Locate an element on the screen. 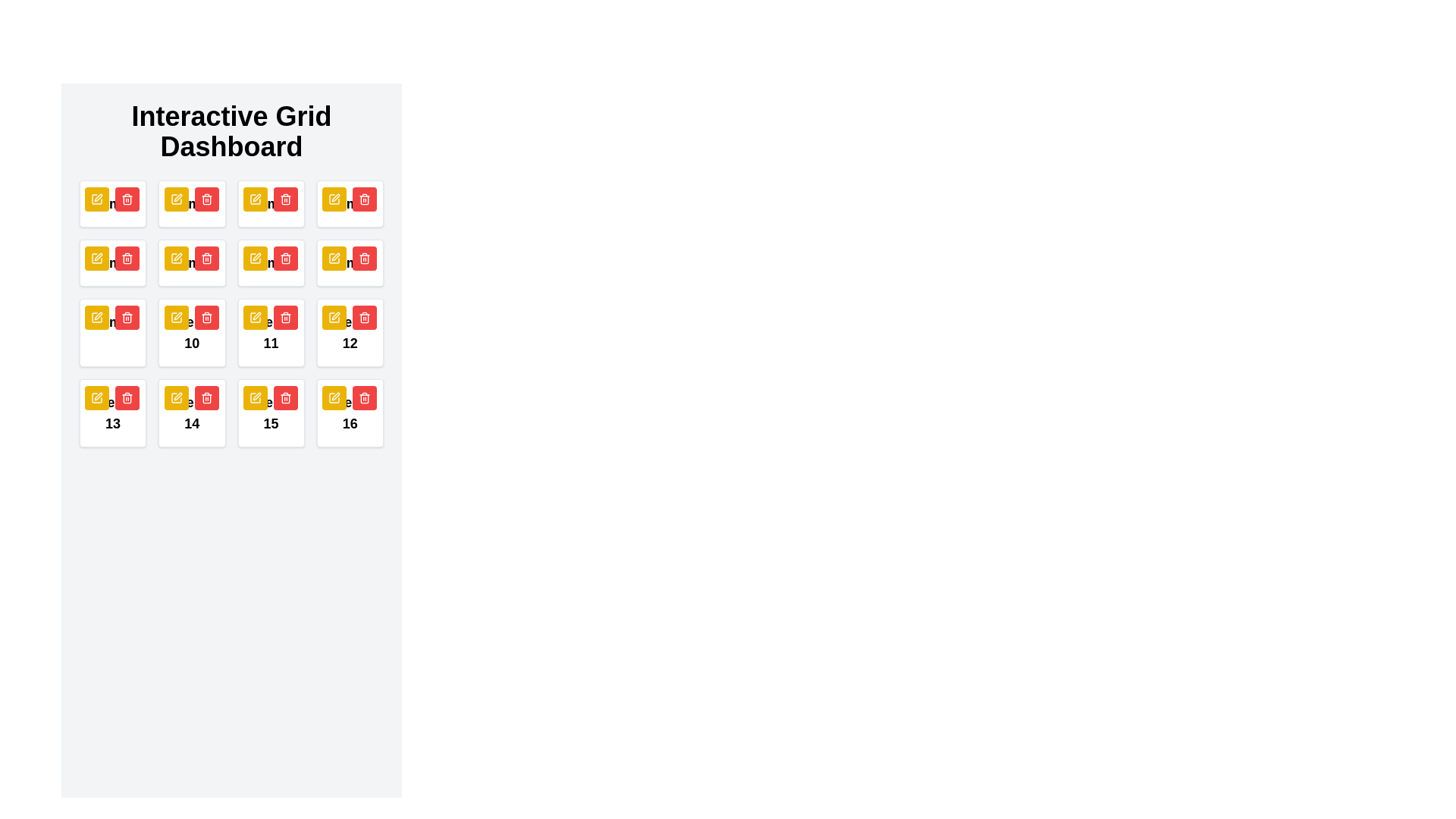  the Decorative UI element within the icon that resembles a square frame with rounded corners and is located inside an icon with a pen symbol in the grid's eleventh cell (row three, column three) is located at coordinates (255, 317).